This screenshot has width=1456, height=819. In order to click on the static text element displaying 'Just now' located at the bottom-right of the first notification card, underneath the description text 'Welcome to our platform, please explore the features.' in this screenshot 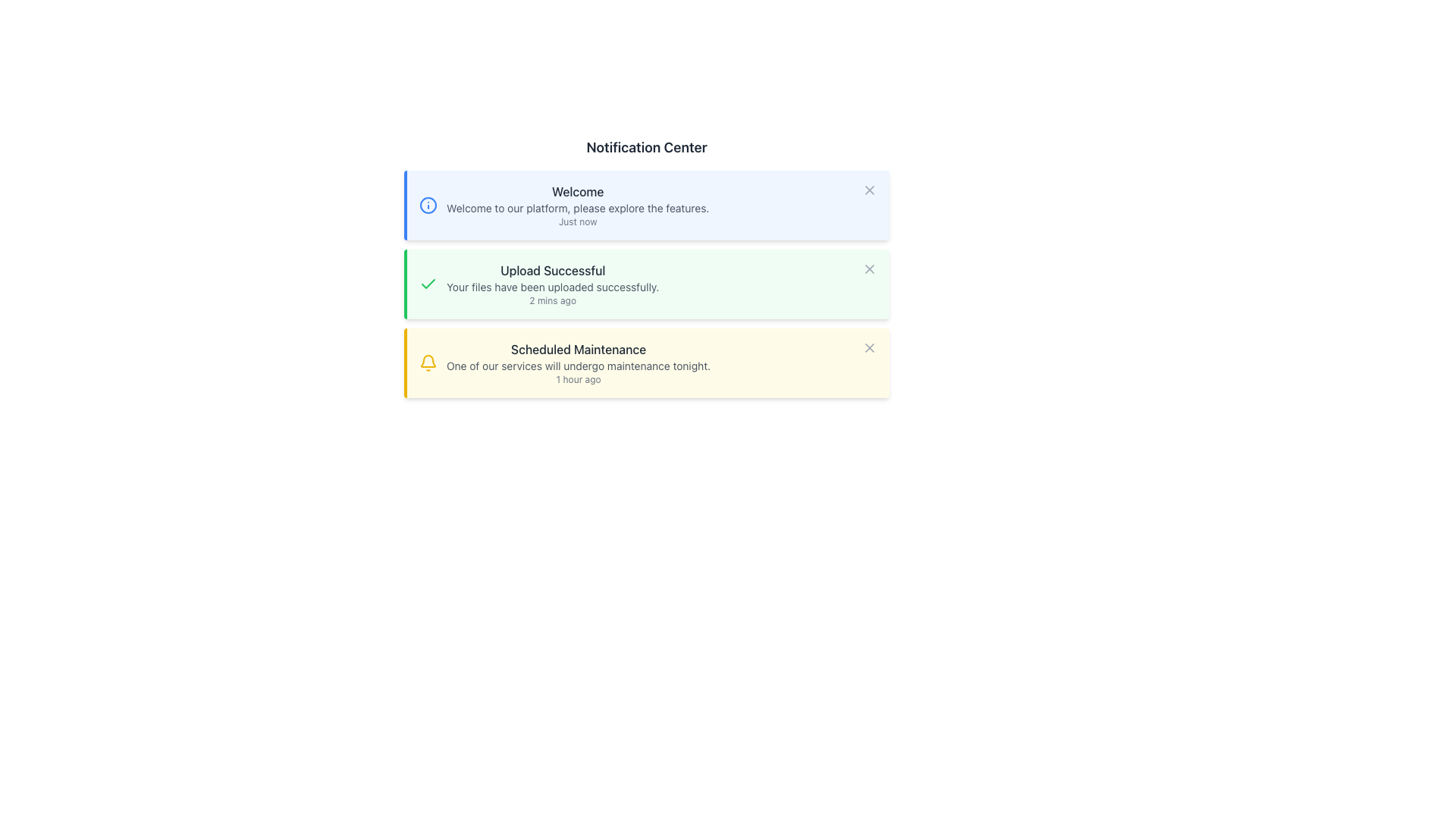, I will do `click(577, 222)`.